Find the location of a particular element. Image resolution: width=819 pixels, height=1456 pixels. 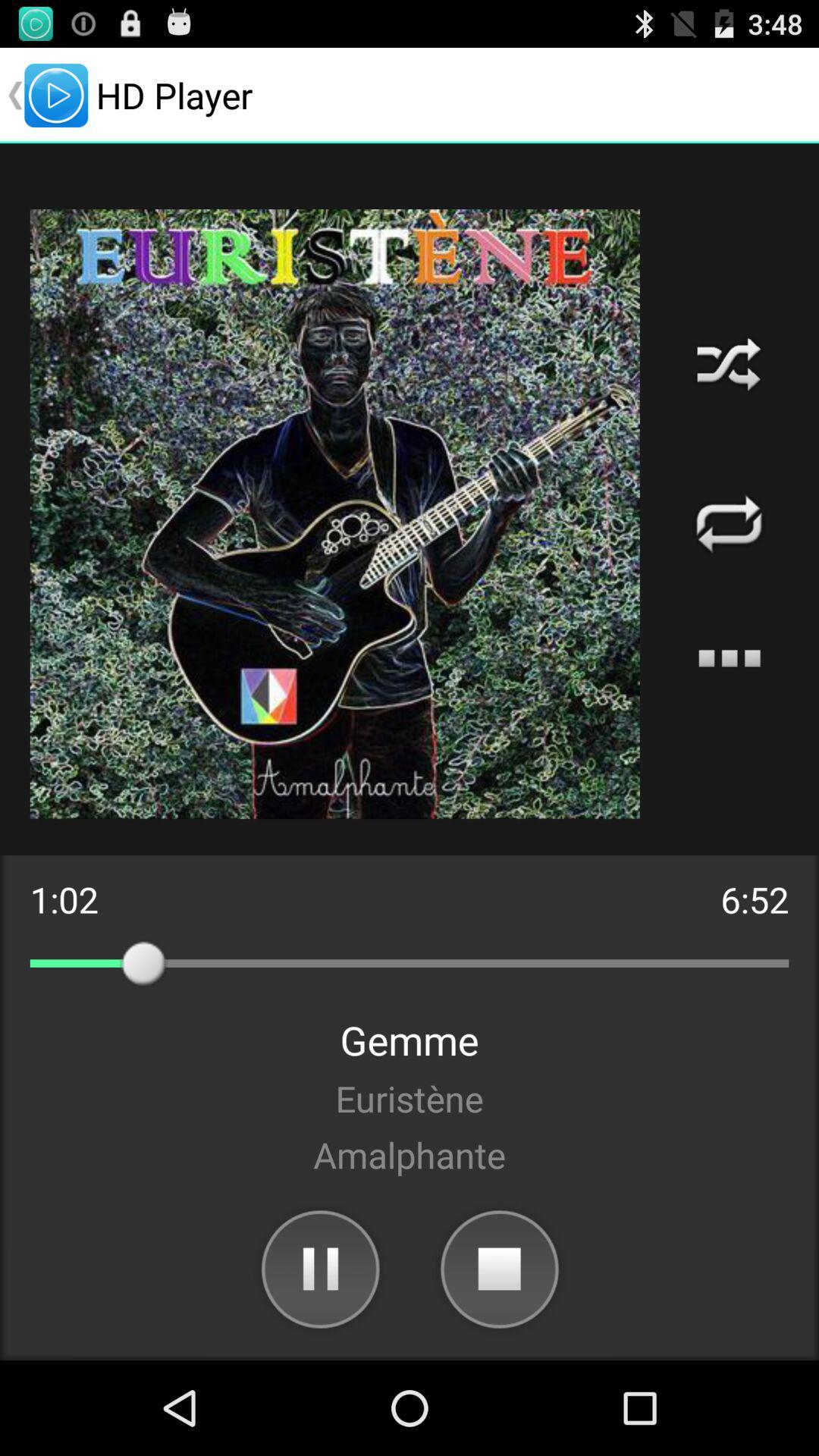

amalphante item is located at coordinates (409, 1153).